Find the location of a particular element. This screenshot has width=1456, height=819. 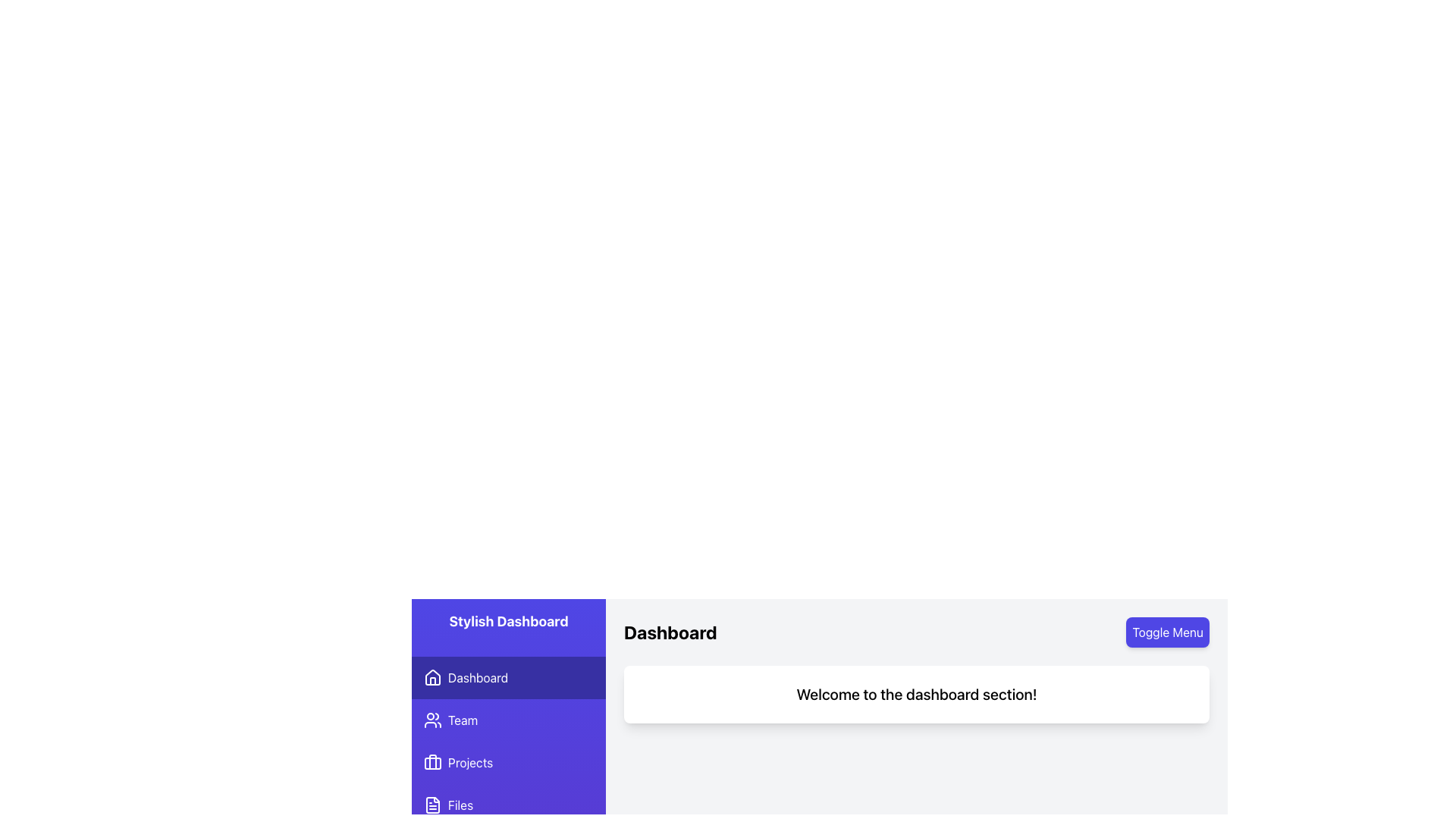

the 'Dashboard' text label in the sidebar is located at coordinates (477, 677).